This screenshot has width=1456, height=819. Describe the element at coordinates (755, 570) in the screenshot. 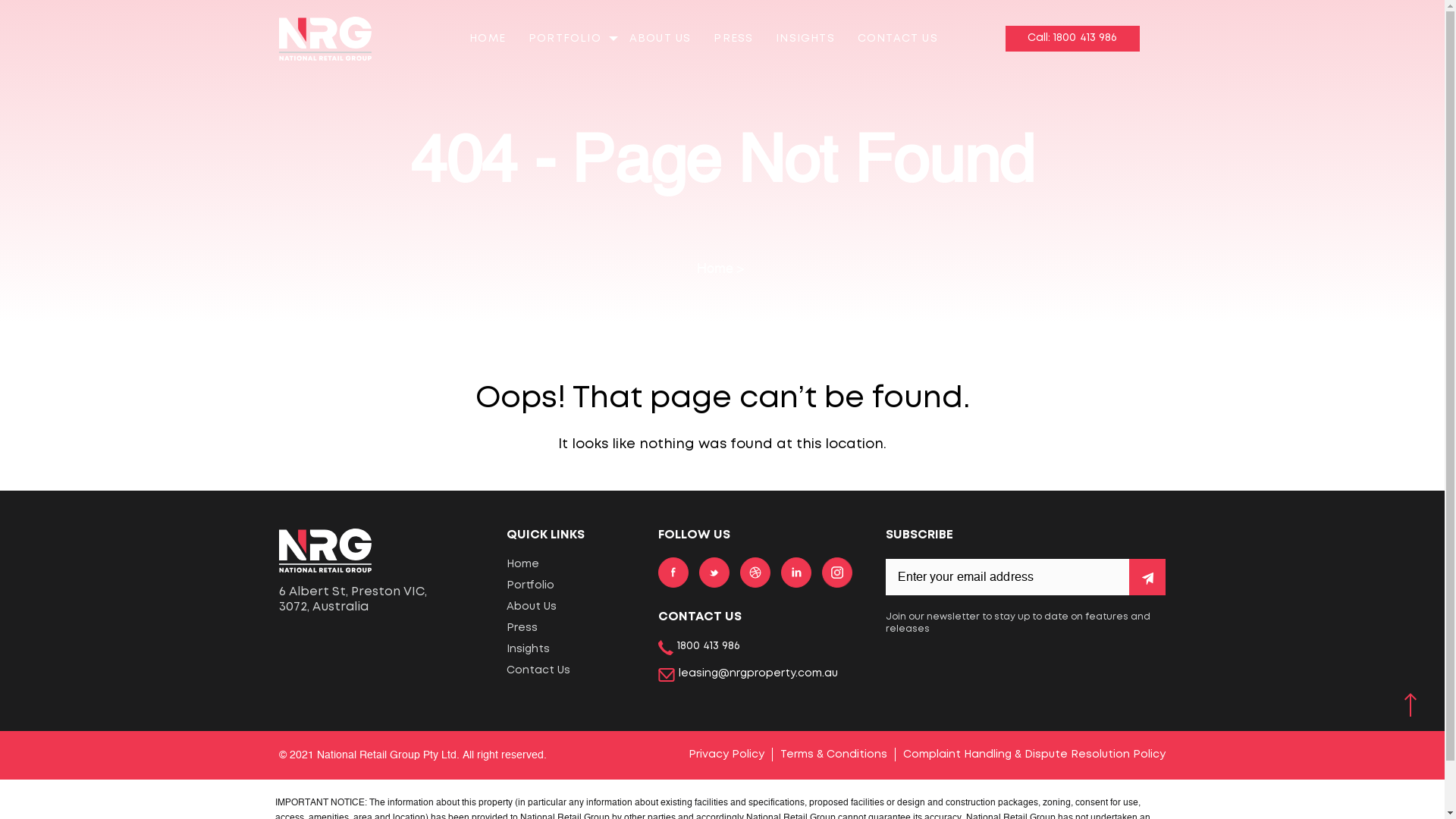

I see `'Pinterest'` at that location.